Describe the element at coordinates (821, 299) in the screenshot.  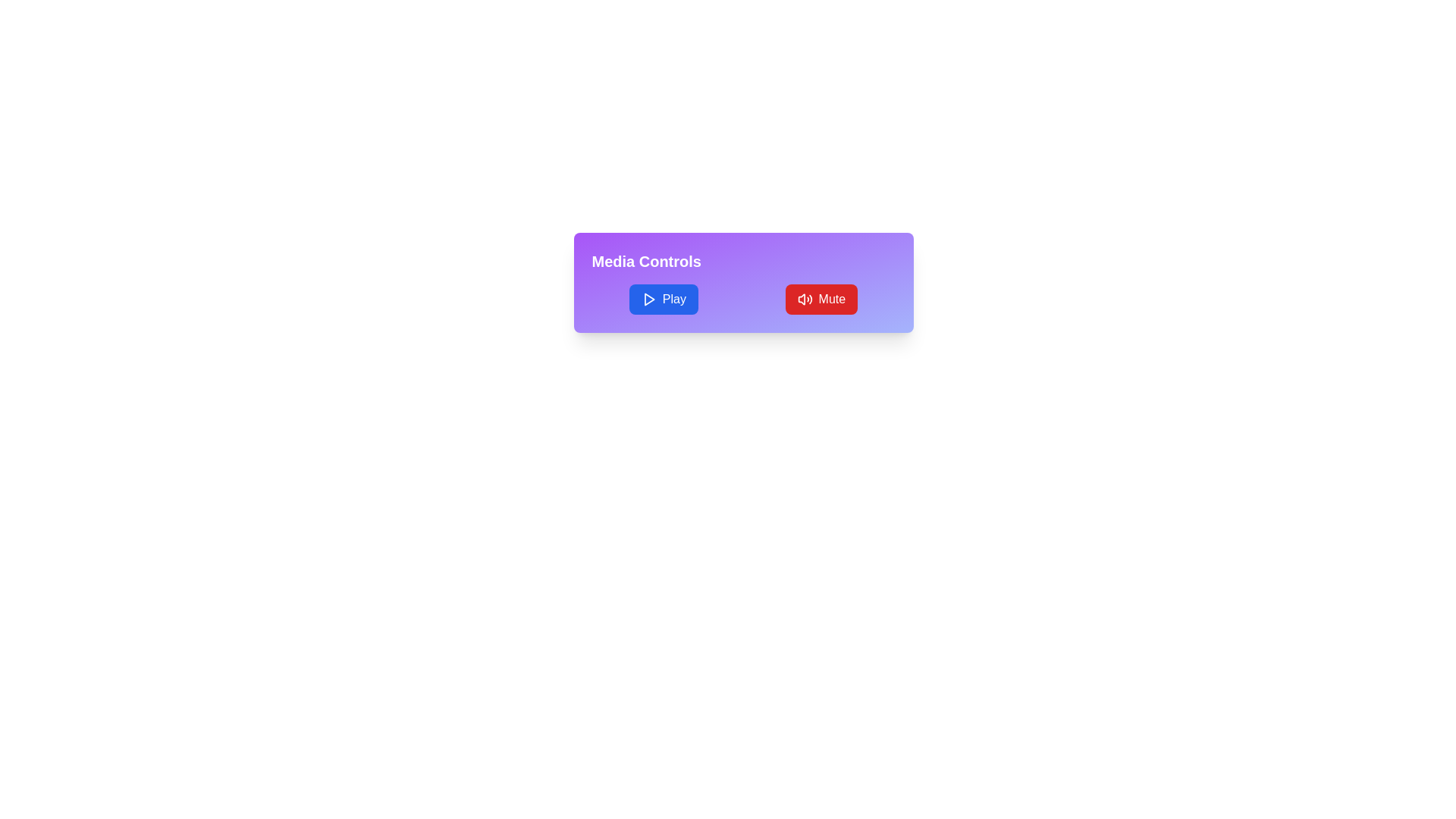
I see `the 'Mute' button to toggle the mute state` at that location.